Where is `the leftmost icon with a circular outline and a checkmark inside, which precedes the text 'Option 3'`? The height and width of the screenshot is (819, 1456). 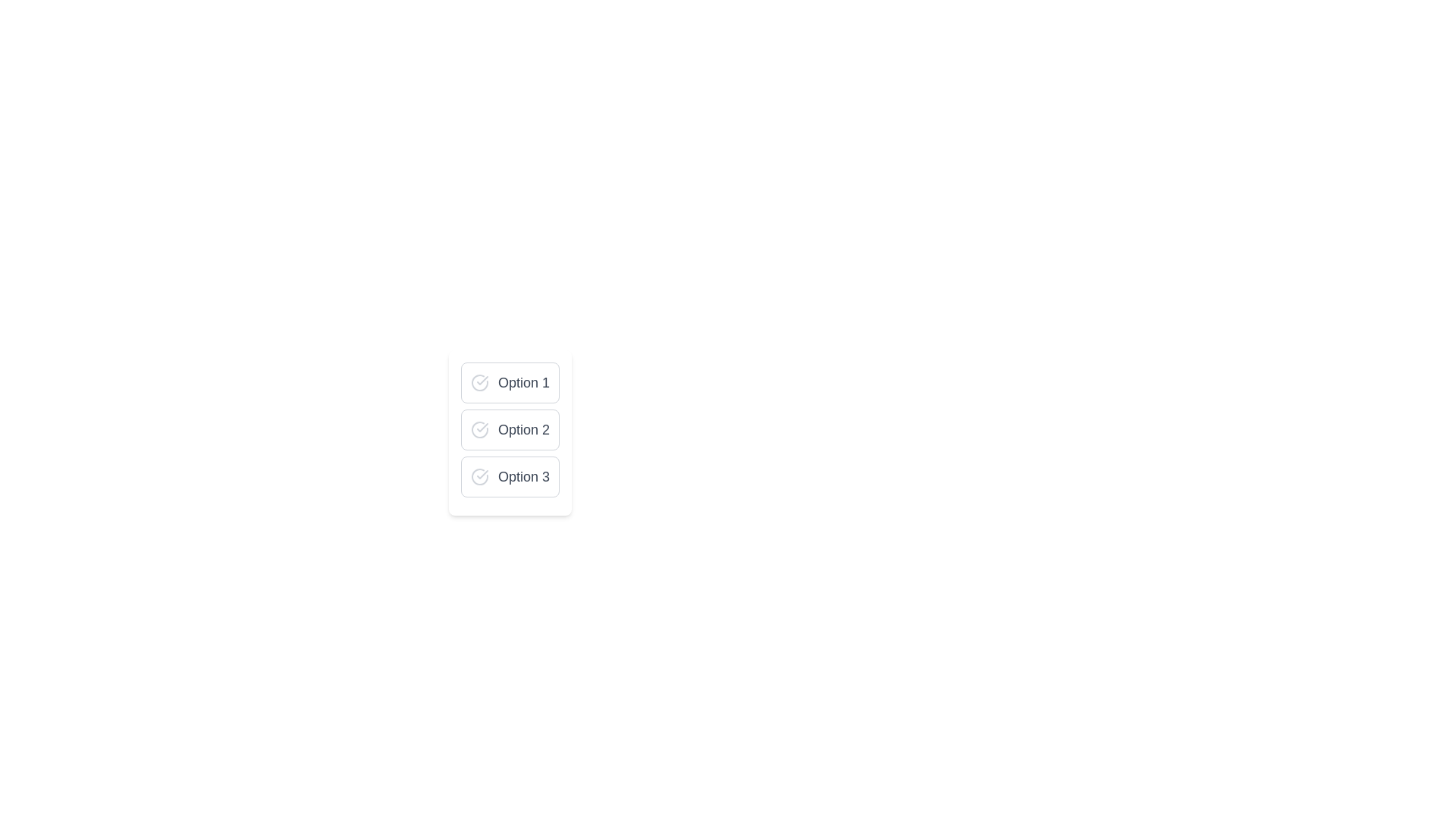
the leftmost icon with a circular outline and a checkmark inside, which precedes the text 'Option 3' is located at coordinates (479, 475).